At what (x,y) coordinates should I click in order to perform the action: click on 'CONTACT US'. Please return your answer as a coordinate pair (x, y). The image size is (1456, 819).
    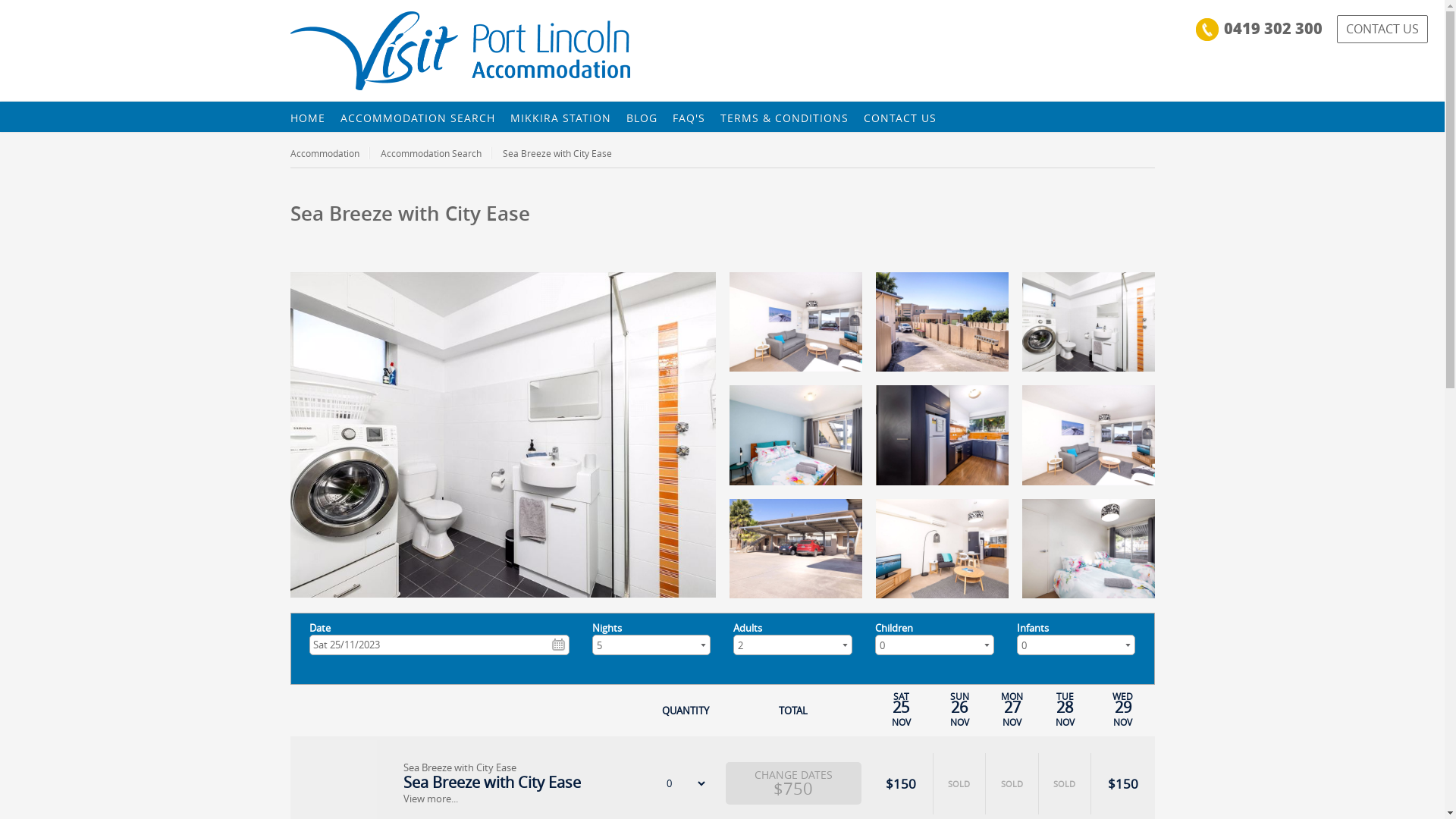
    Looking at the image, I should click on (1382, 29).